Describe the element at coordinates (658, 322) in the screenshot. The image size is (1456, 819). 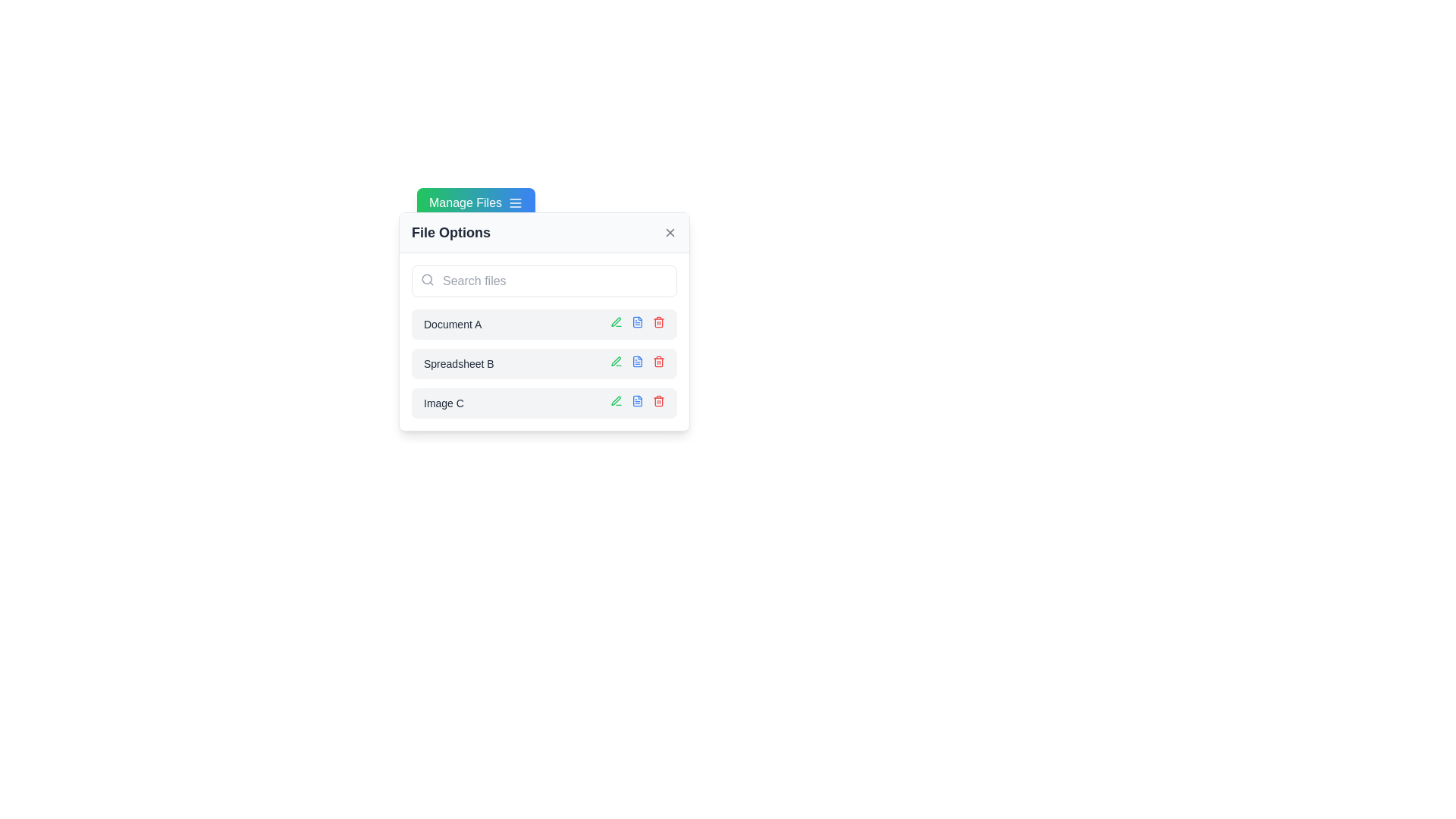
I see `the main body of the trash can icon, which is represented by a rectangular outline with rounded edges, located centrally within the trash can icon in the 'File Options' menu` at that location.